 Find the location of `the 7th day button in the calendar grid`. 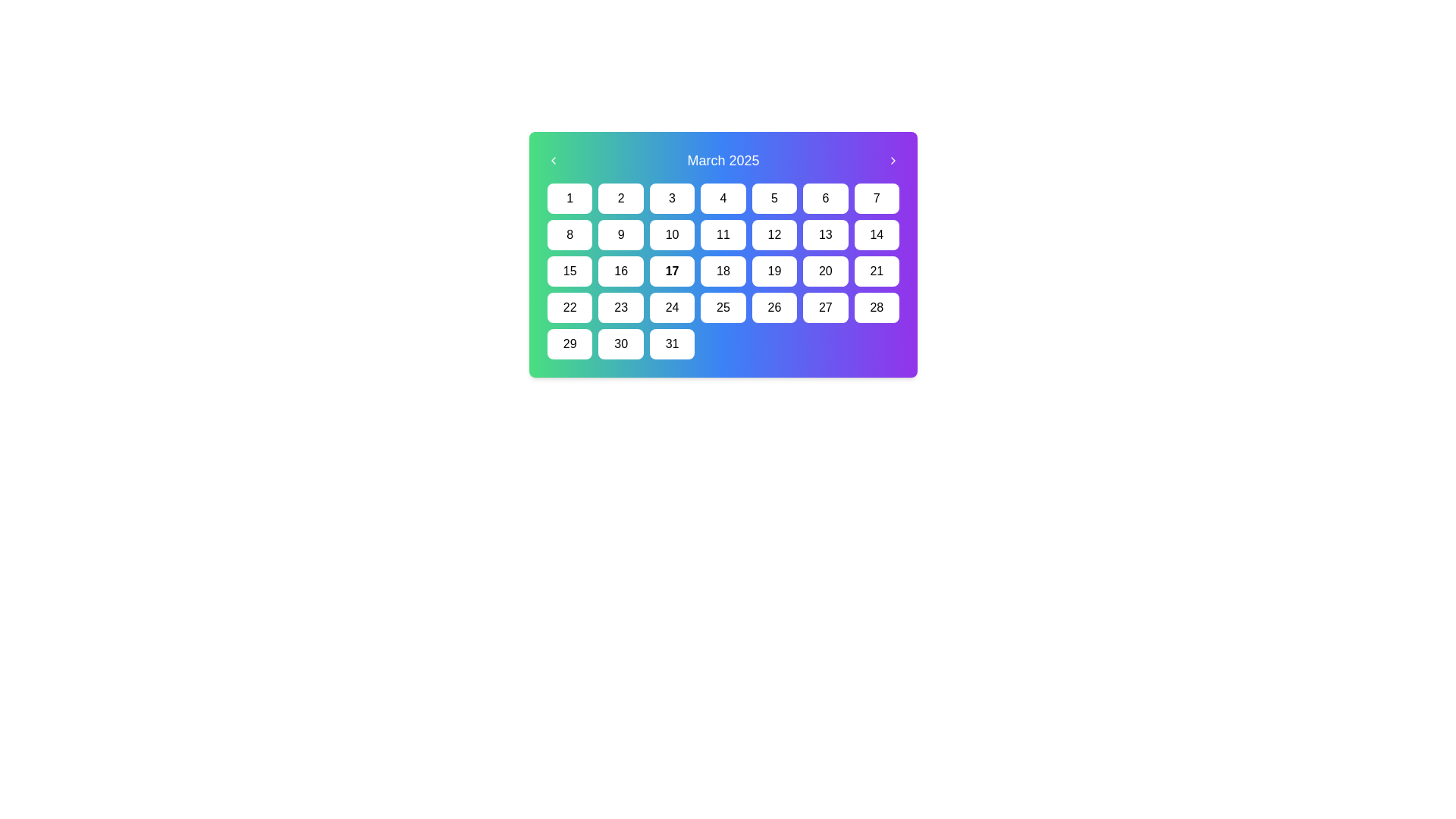

the 7th day button in the calendar grid is located at coordinates (877, 198).